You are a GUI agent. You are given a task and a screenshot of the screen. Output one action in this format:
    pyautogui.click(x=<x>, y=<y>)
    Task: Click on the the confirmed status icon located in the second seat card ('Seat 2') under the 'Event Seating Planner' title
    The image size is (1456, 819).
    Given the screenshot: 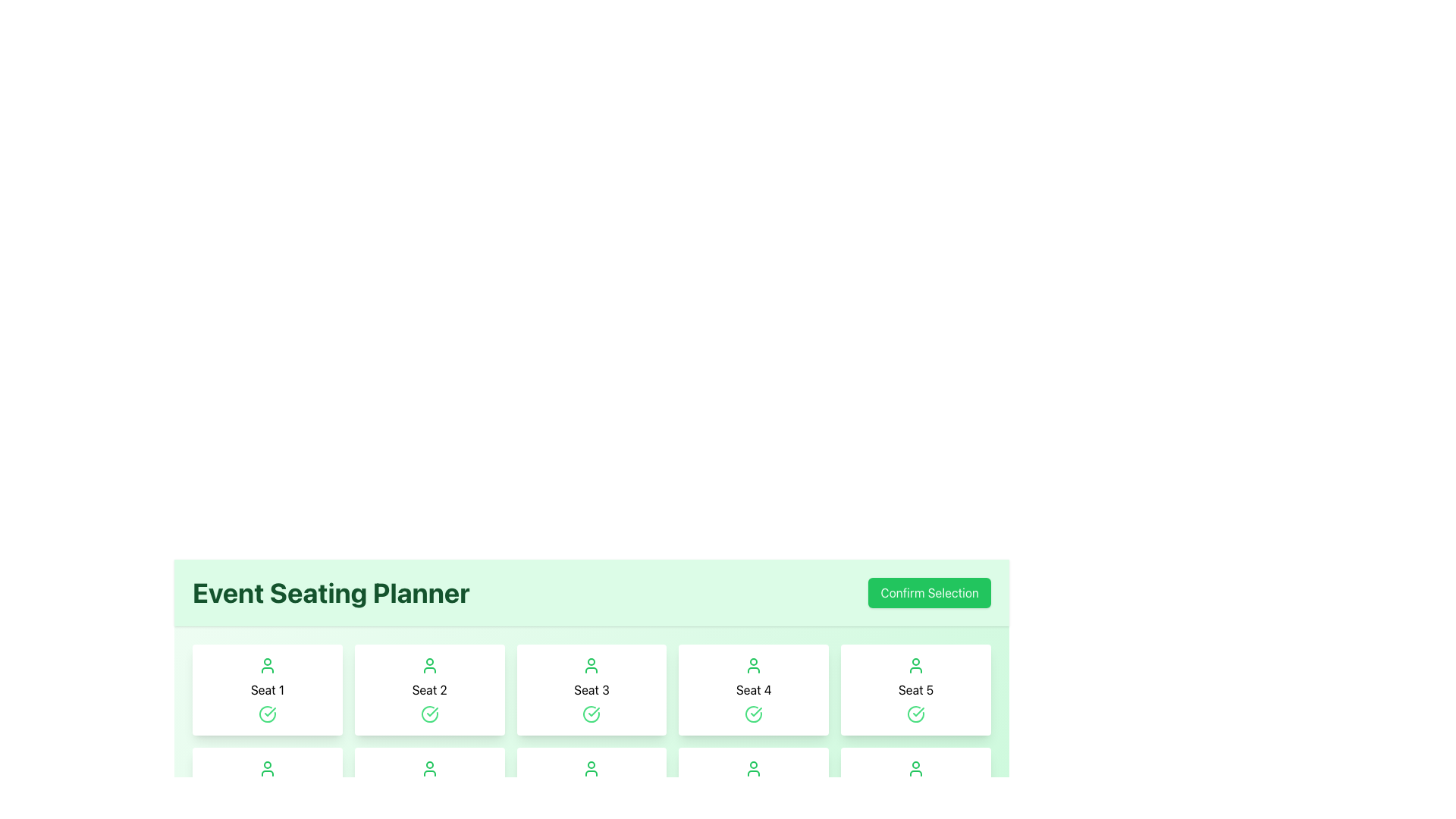 What is the action you would take?
    pyautogui.click(x=431, y=711)
    